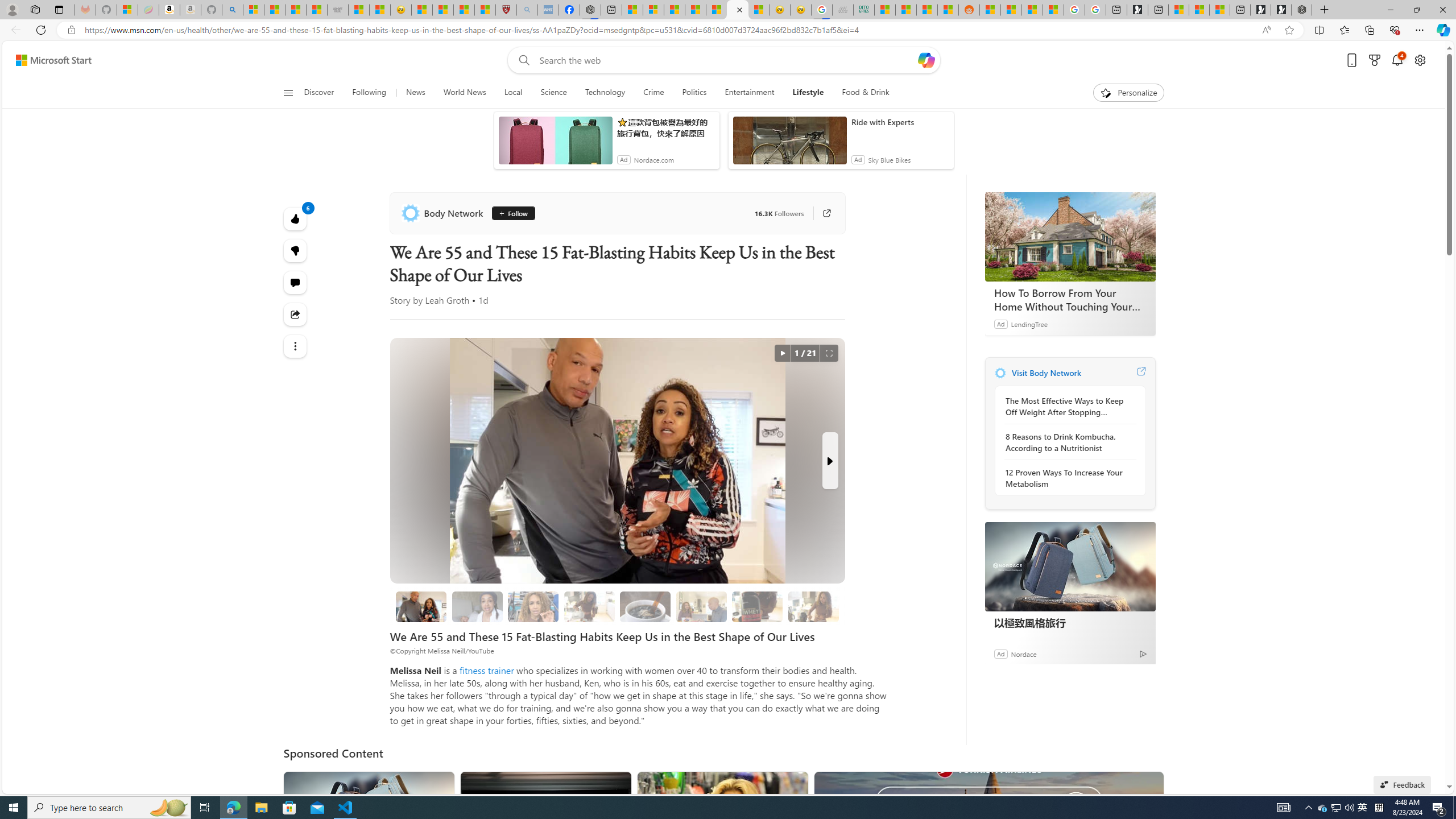  Describe the element at coordinates (589, 606) in the screenshot. I see `'3 They Drink Lemon Tea'` at that location.